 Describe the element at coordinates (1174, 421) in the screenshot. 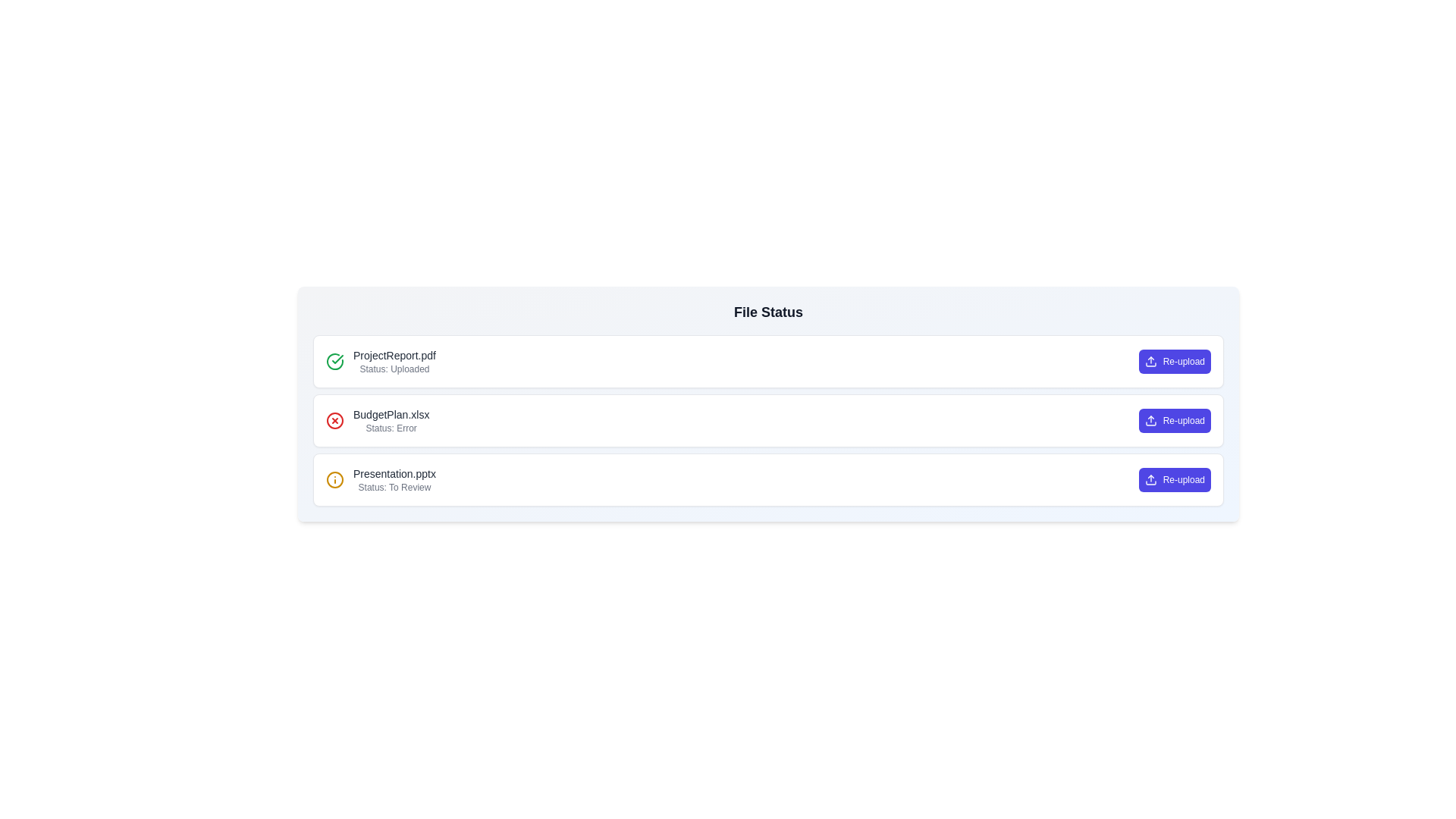

I see `'Re-upload' button for the file BudgetPlan.xlsx` at that location.